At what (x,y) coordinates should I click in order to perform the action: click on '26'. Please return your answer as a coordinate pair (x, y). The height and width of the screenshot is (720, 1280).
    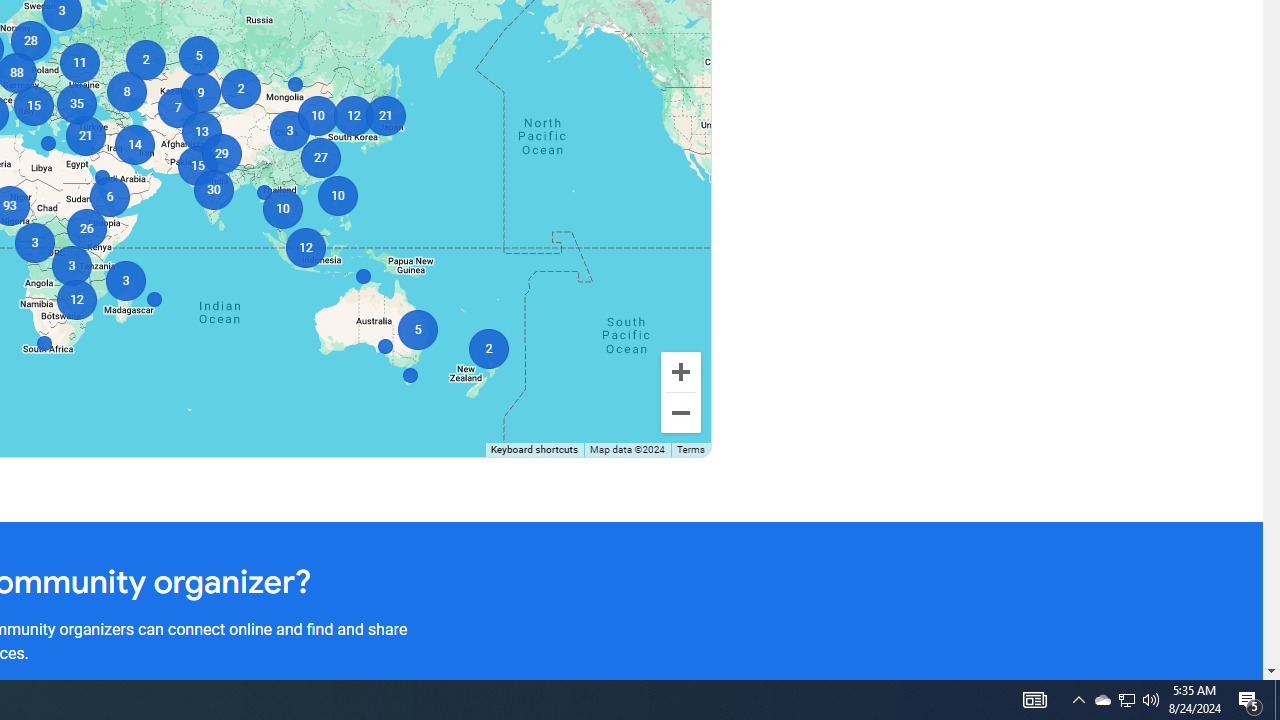
    Looking at the image, I should click on (86, 227).